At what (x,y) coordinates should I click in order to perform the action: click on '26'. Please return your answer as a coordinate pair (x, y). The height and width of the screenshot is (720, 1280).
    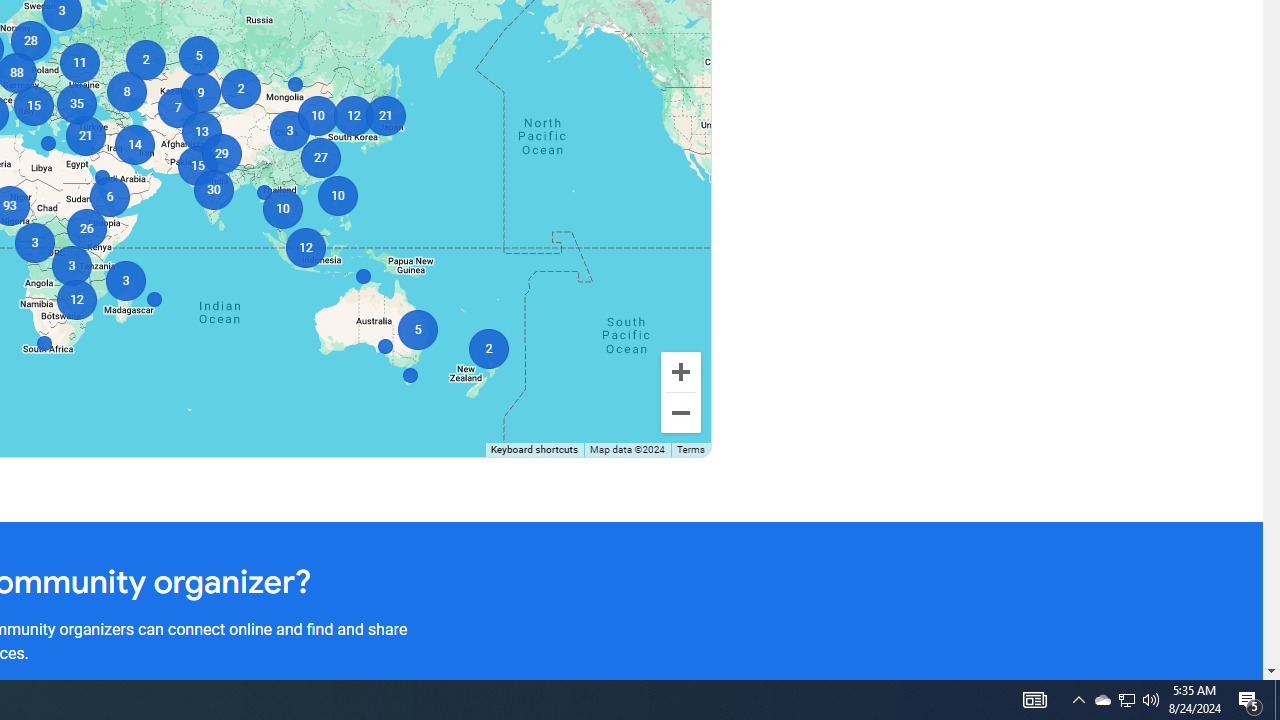
    Looking at the image, I should click on (86, 227).